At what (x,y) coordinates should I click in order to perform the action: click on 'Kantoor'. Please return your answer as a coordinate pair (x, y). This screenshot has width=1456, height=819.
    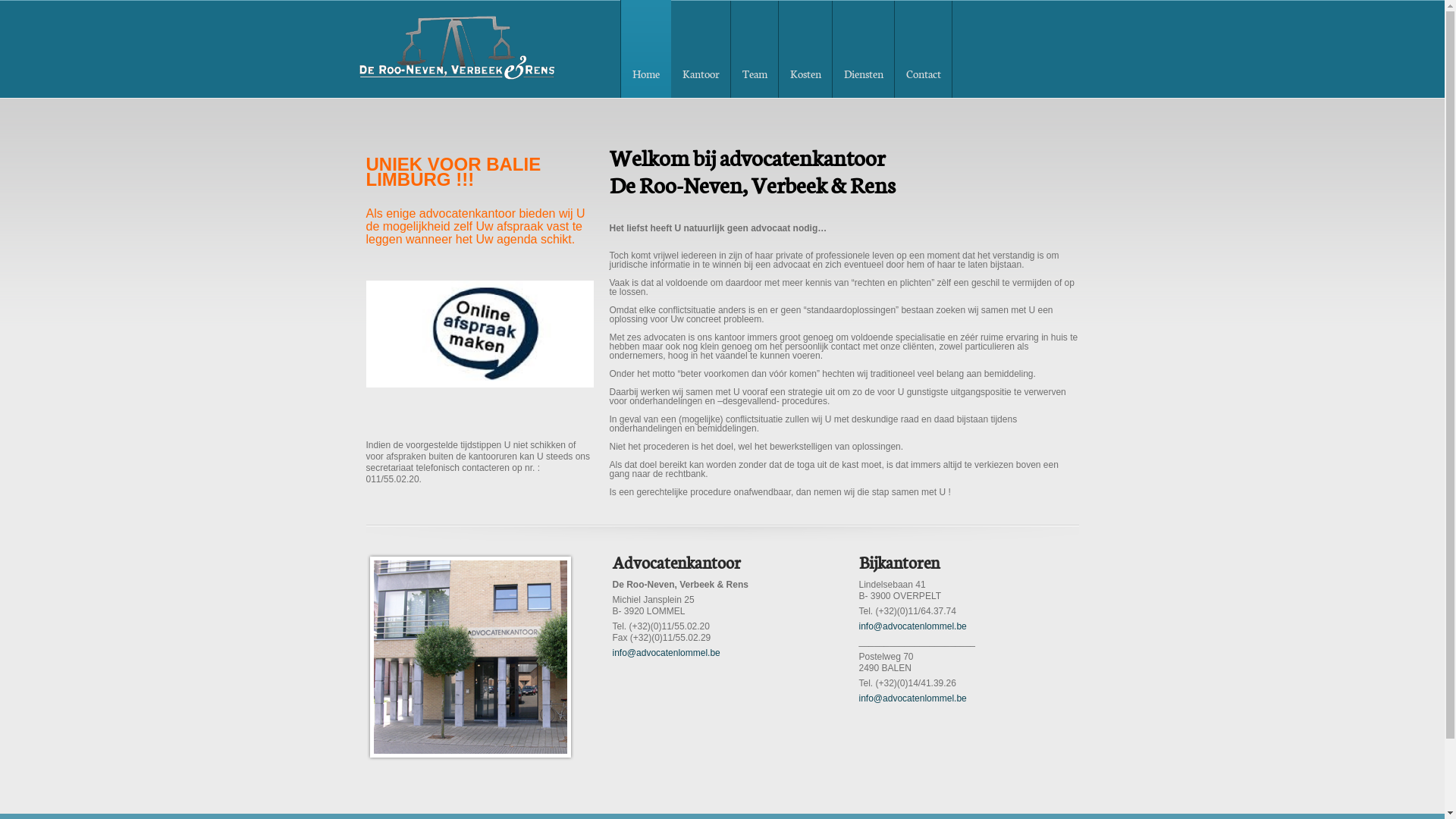
    Looking at the image, I should click on (699, 48).